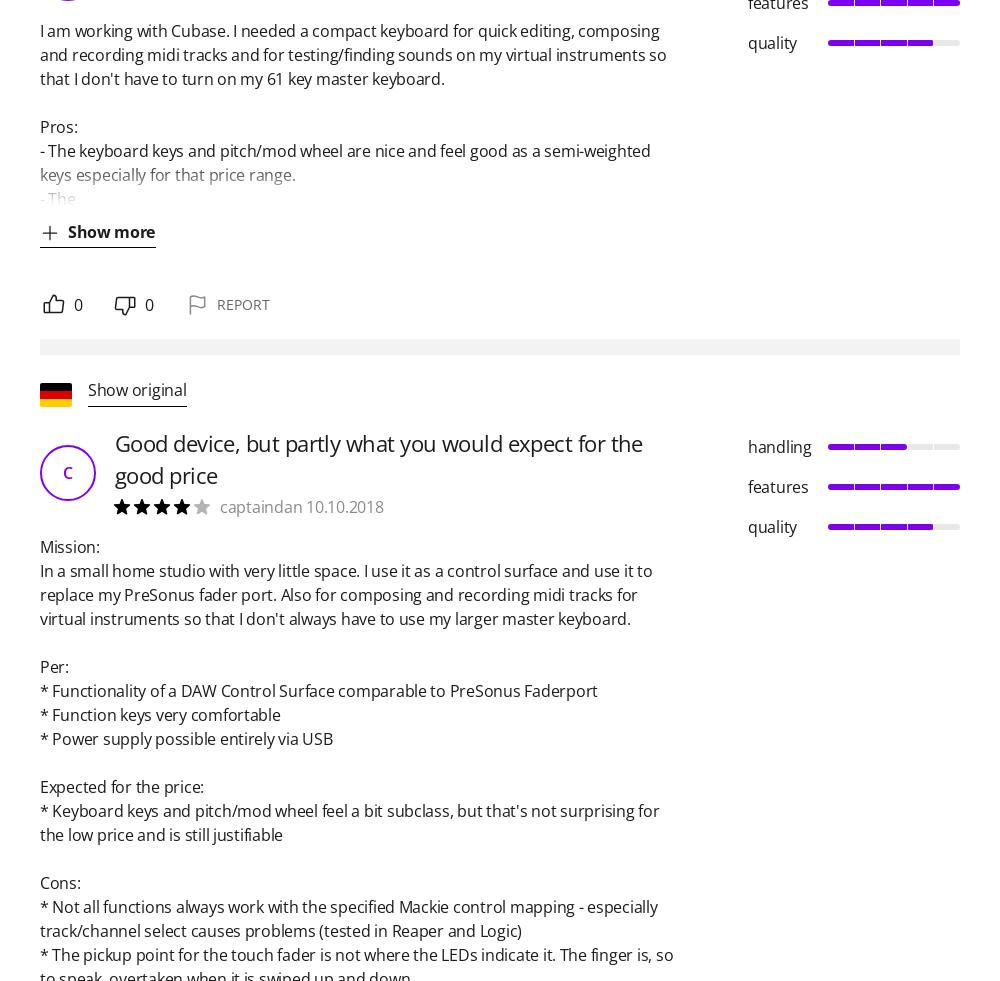 The width and height of the screenshot is (1000, 981). What do you see at coordinates (57, 198) in the screenshot?
I see `'- The'` at bounding box center [57, 198].